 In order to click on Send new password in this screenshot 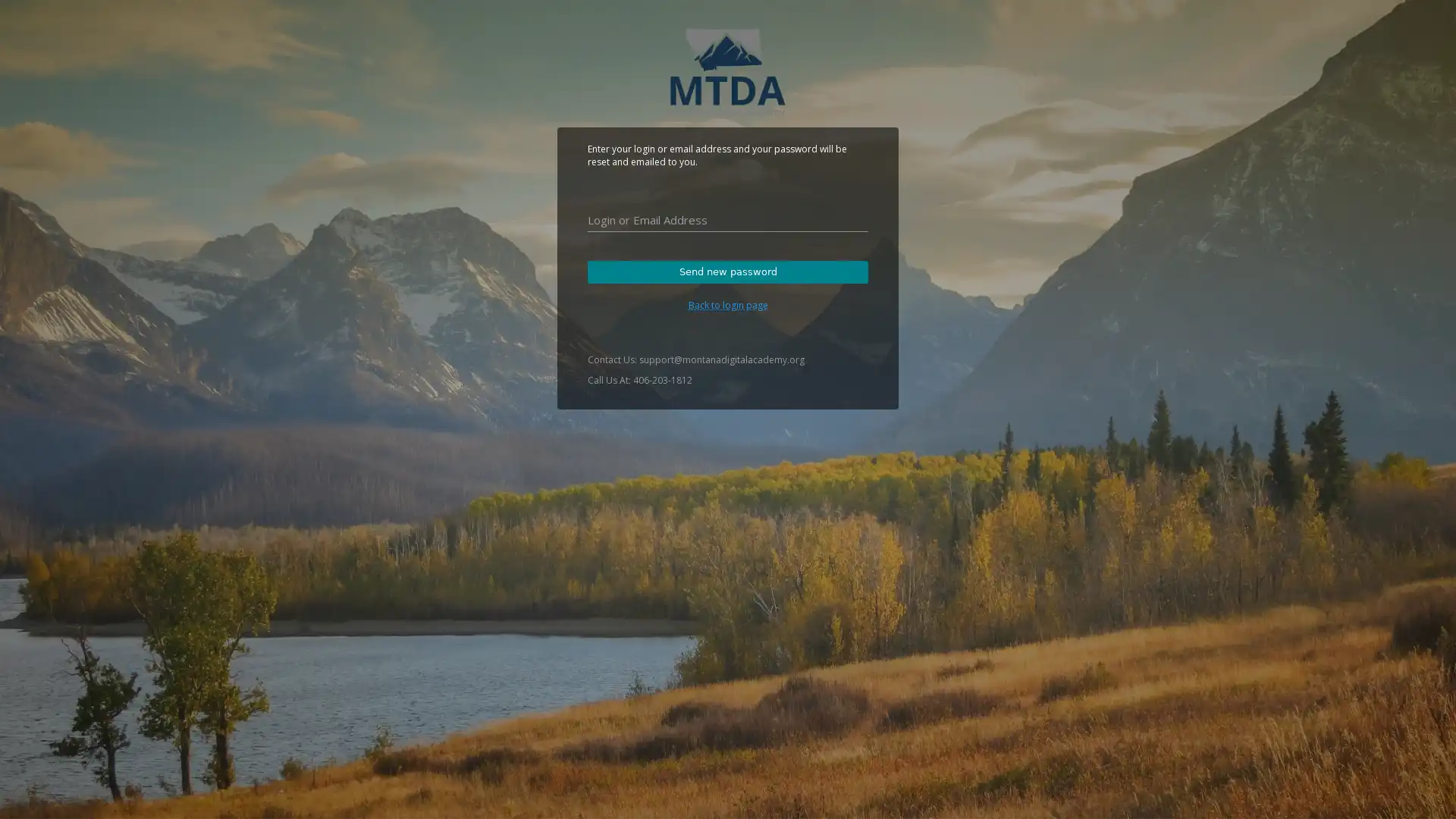, I will do `click(728, 271)`.